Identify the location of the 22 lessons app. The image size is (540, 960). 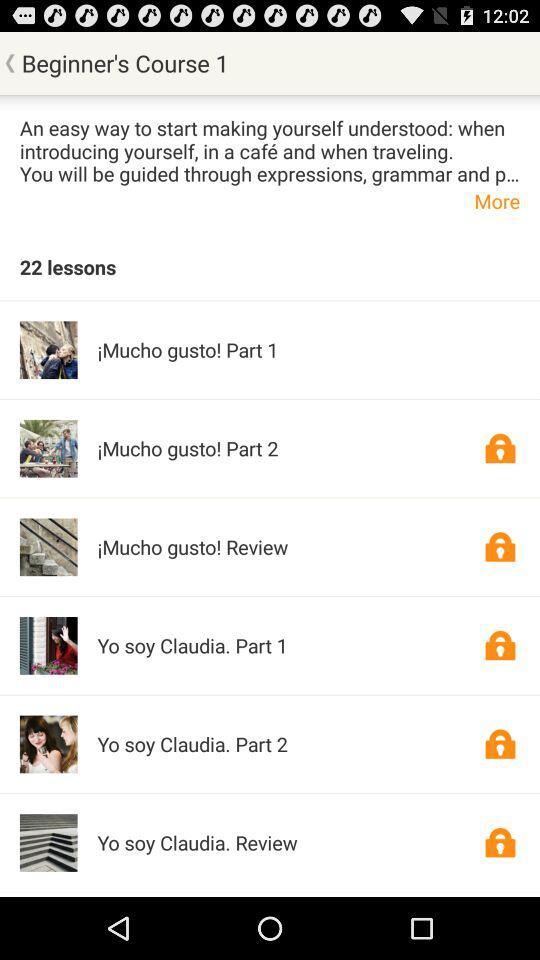
(67, 265).